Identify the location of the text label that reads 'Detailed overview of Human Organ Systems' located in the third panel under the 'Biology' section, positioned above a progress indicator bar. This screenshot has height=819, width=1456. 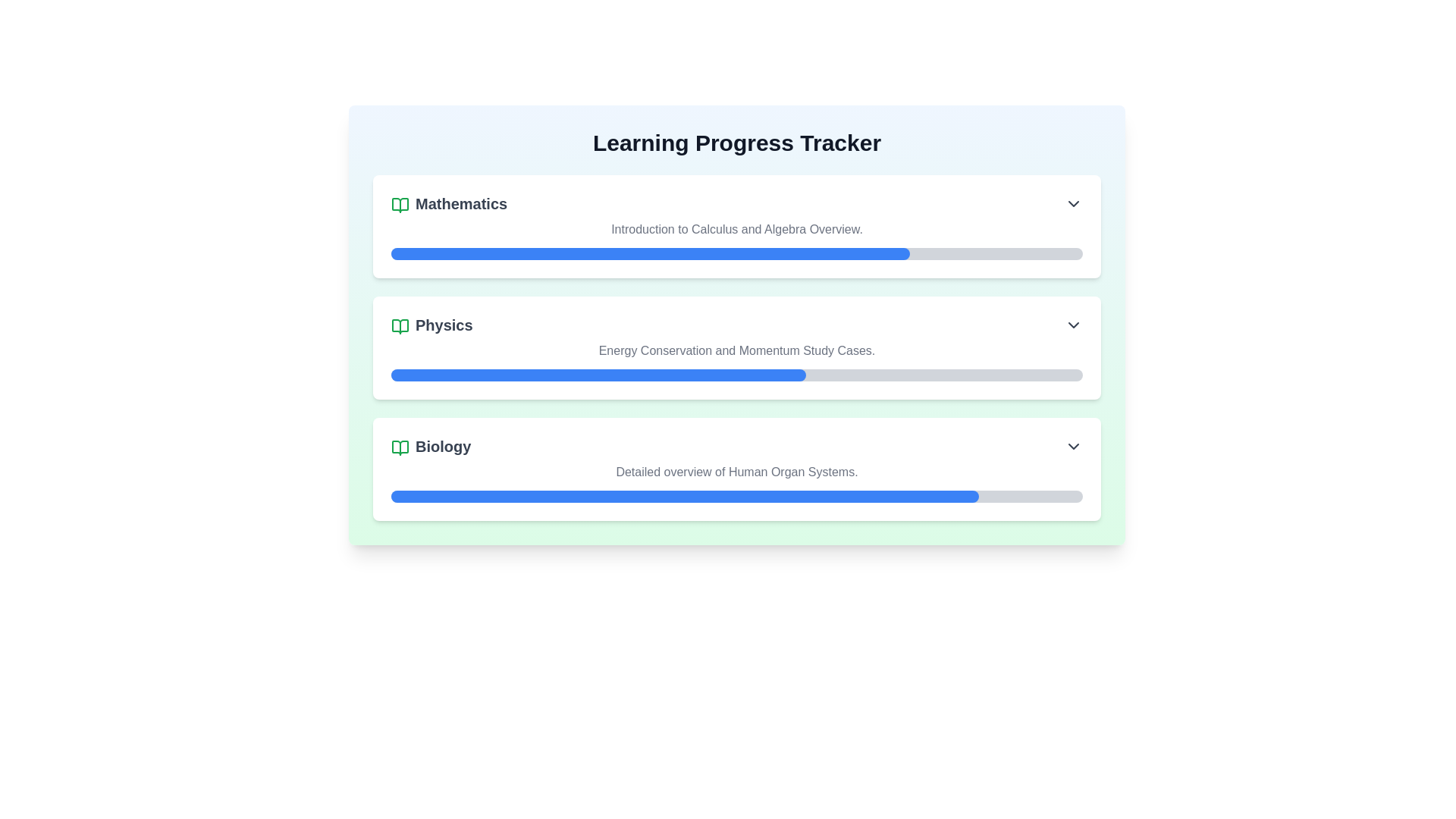
(736, 472).